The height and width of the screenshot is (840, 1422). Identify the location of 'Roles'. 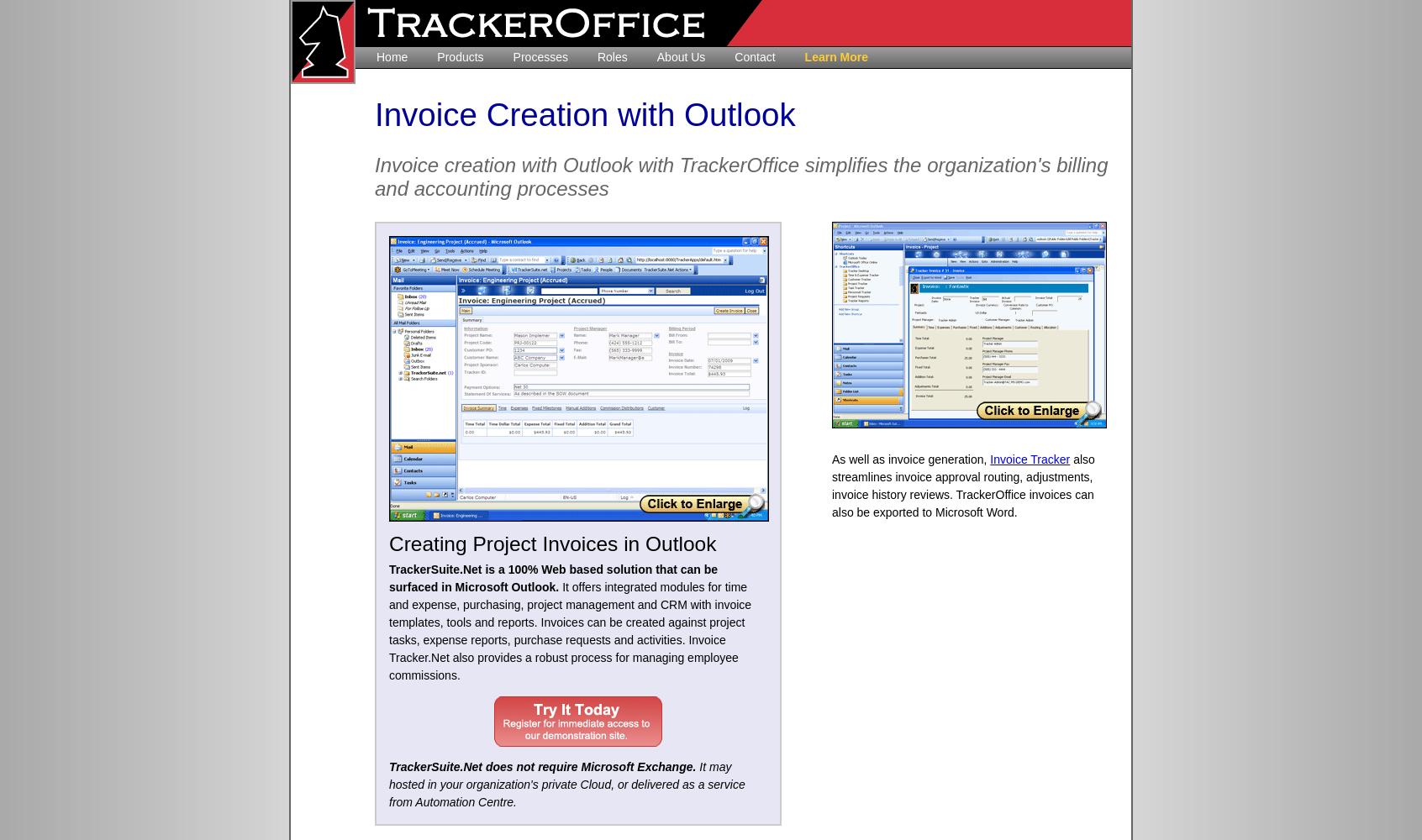
(595, 56).